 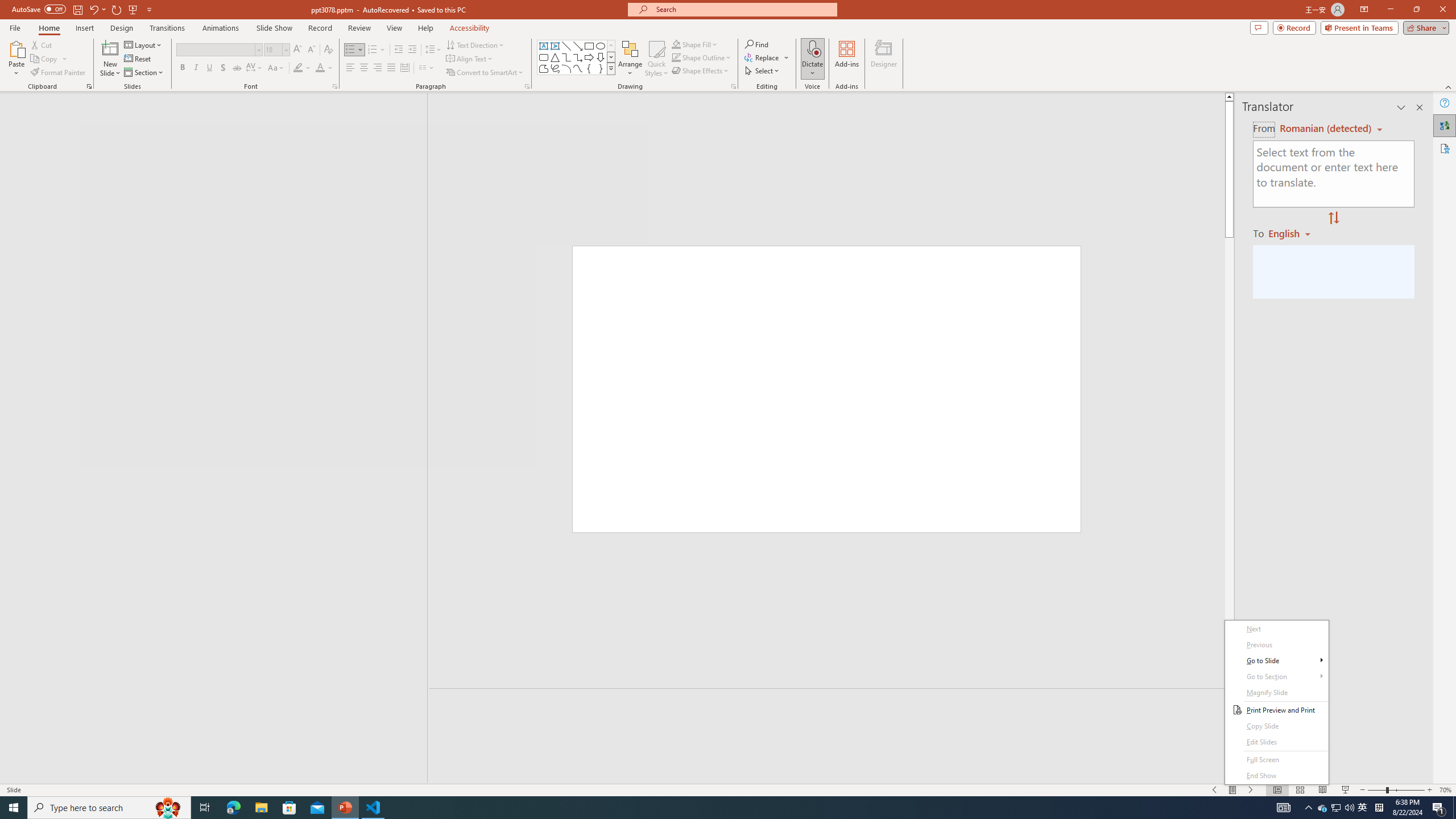 What do you see at coordinates (16, 48) in the screenshot?
I see `'Paste'` at bounding box center [16, 48].